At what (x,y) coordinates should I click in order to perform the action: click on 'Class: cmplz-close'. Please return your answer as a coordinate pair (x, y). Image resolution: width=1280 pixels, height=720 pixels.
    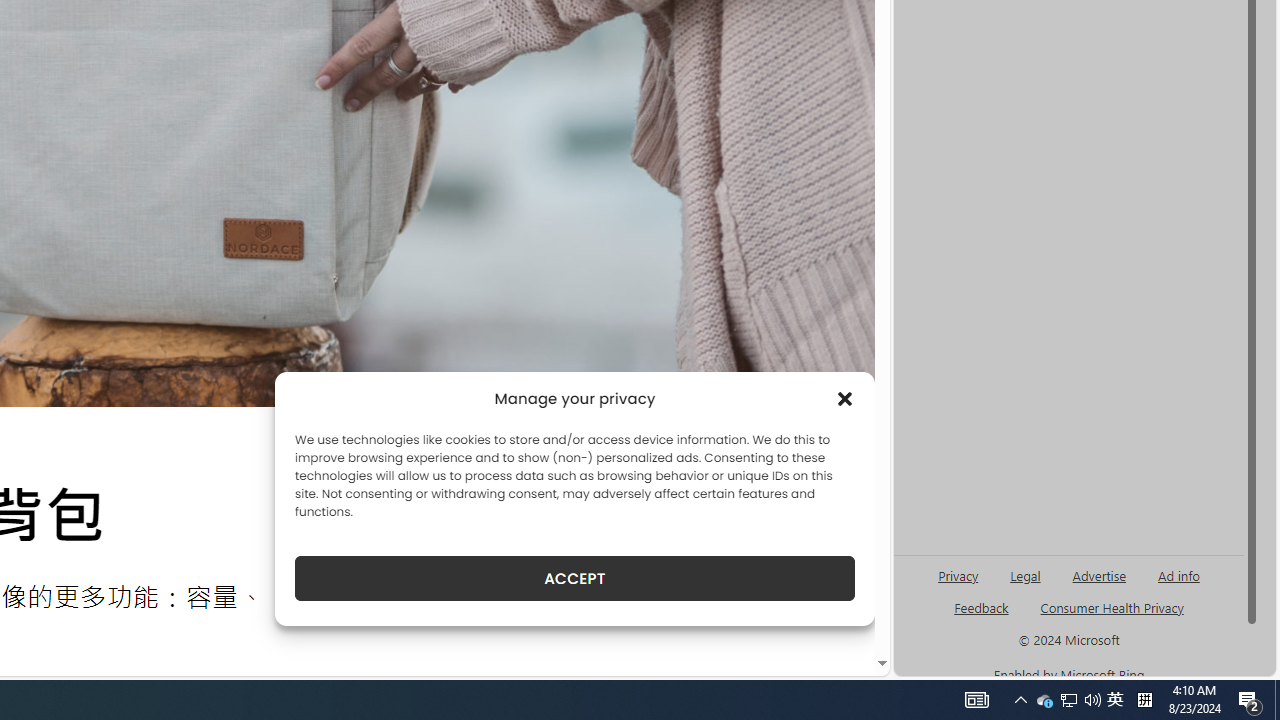
    Looking at the image, I should click on (844, 398).